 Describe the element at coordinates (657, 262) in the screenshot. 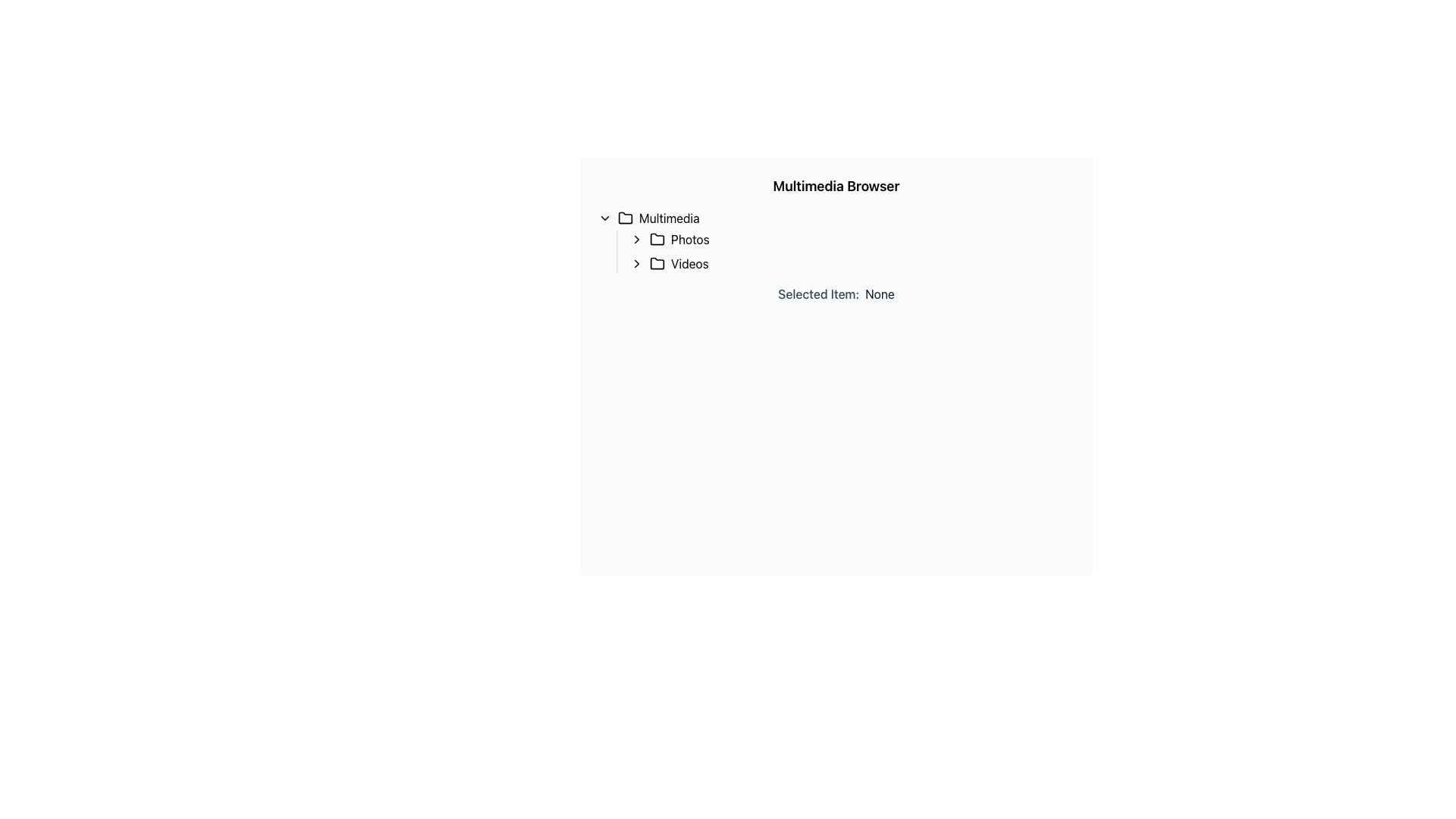

I see `the folder icon representing the 'Videos' folder in the sidebar tree structure` at that location.